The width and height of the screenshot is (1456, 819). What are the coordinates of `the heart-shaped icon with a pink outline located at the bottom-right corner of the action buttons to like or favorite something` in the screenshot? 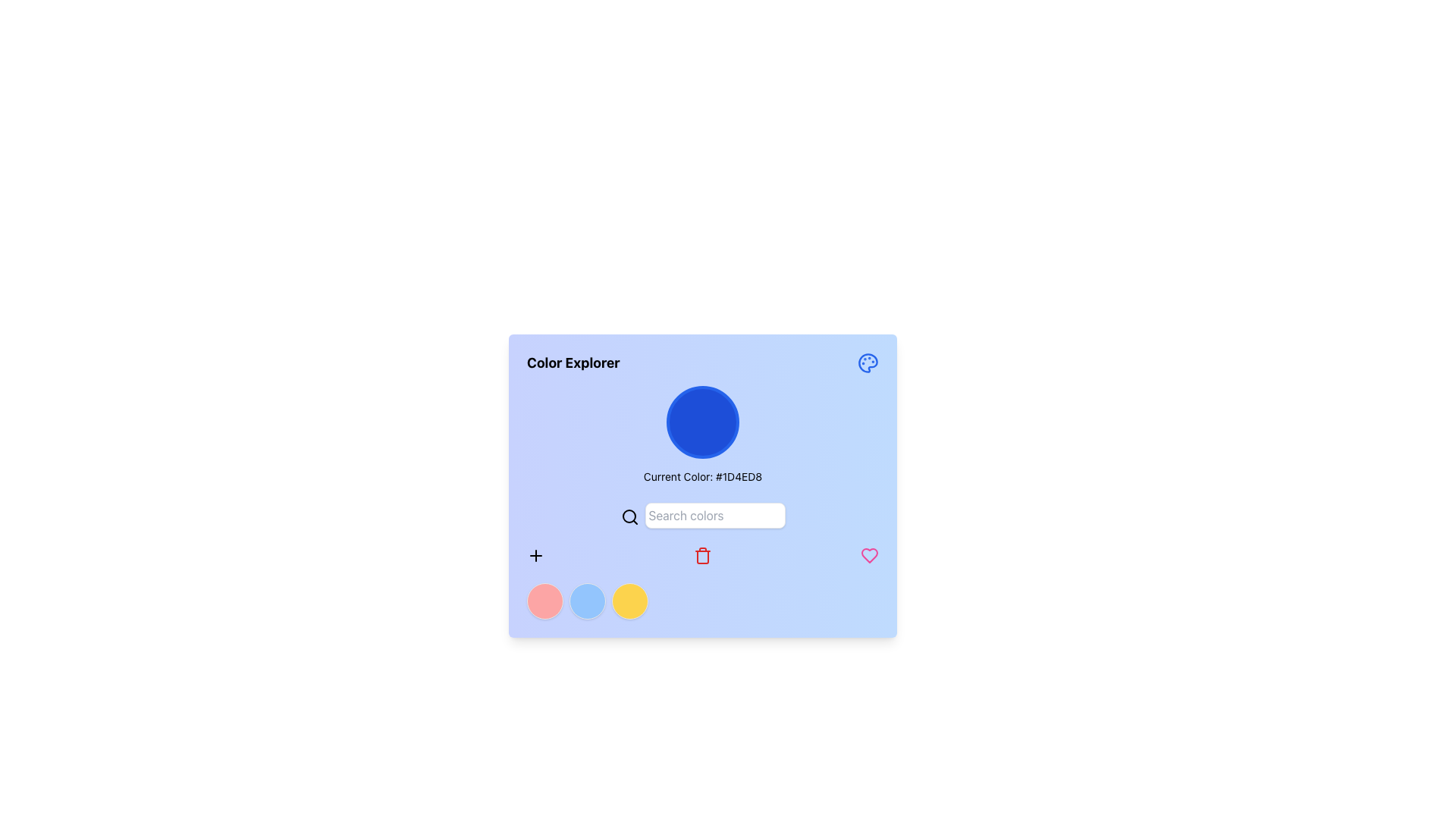 It's located at (870, 555).